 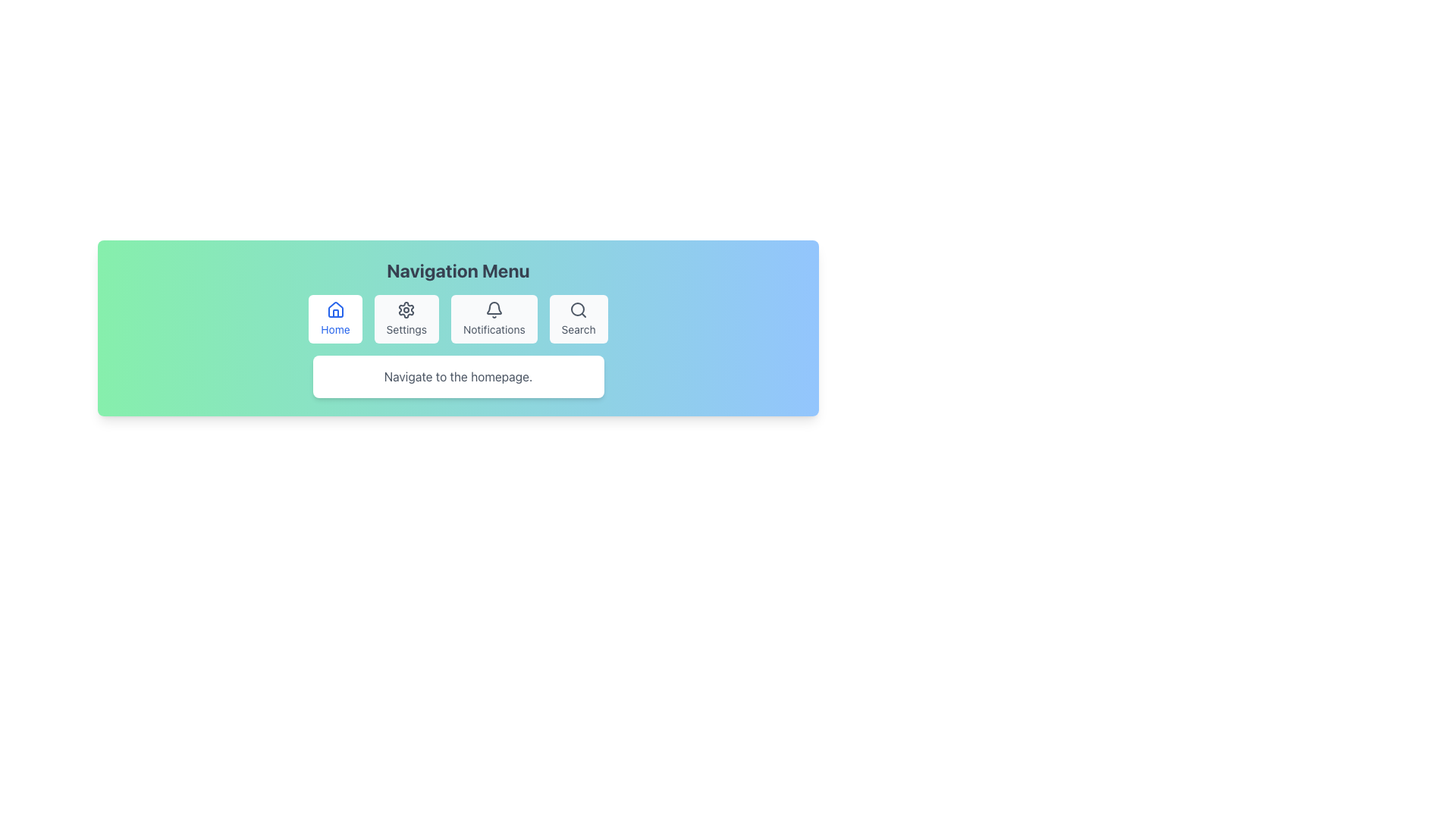 What do you see at coordinates (406, 309) in the screenshot?
I see `the 'Settings' button, which features a gear-like icon, located in the main navigation menu as the second button from the left` at bounding box center [406, 309].